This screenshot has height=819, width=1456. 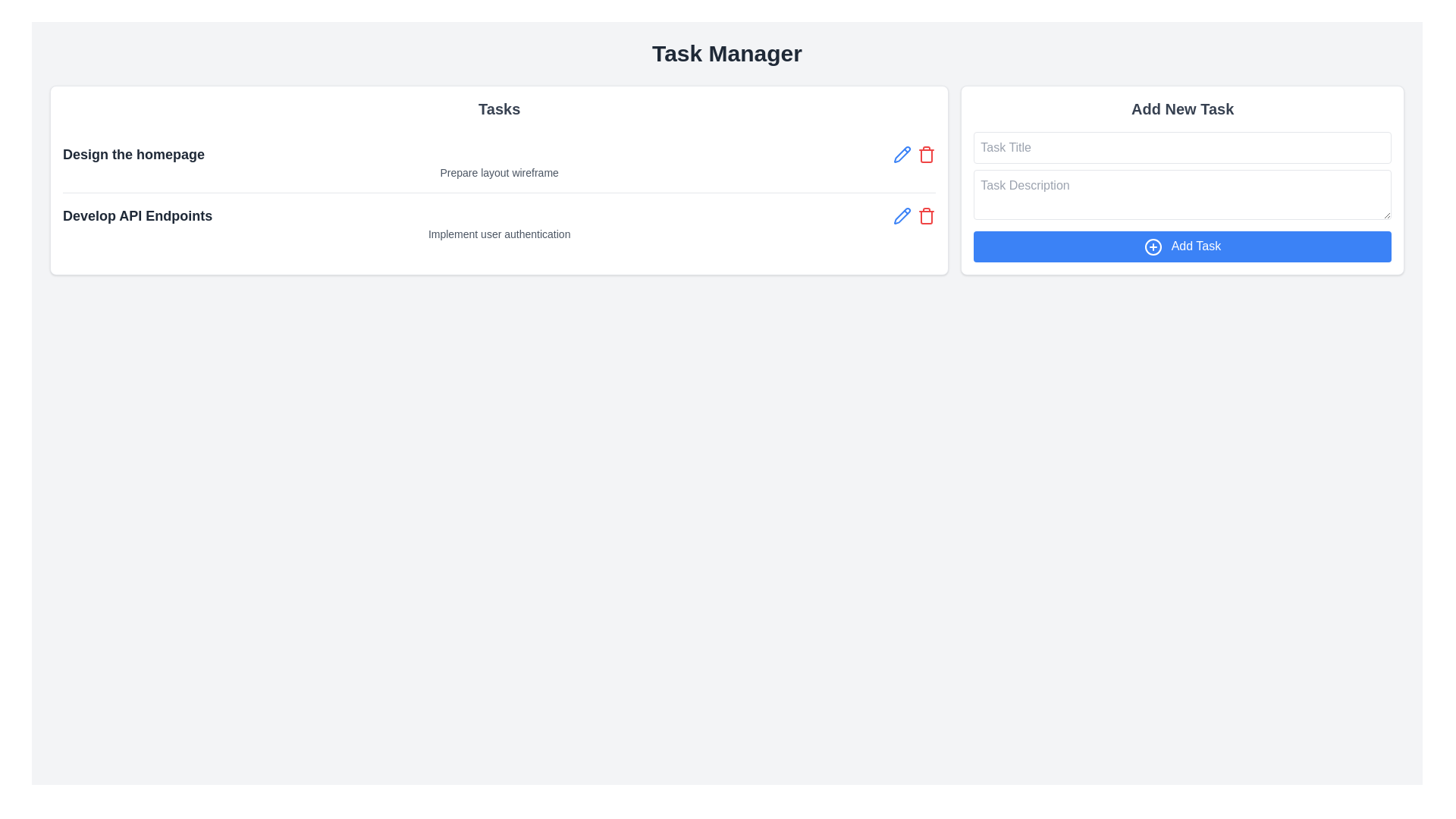 I want to click on the 'Add Task' button, which has a blue background and white text, so click(x=1181, y=246).